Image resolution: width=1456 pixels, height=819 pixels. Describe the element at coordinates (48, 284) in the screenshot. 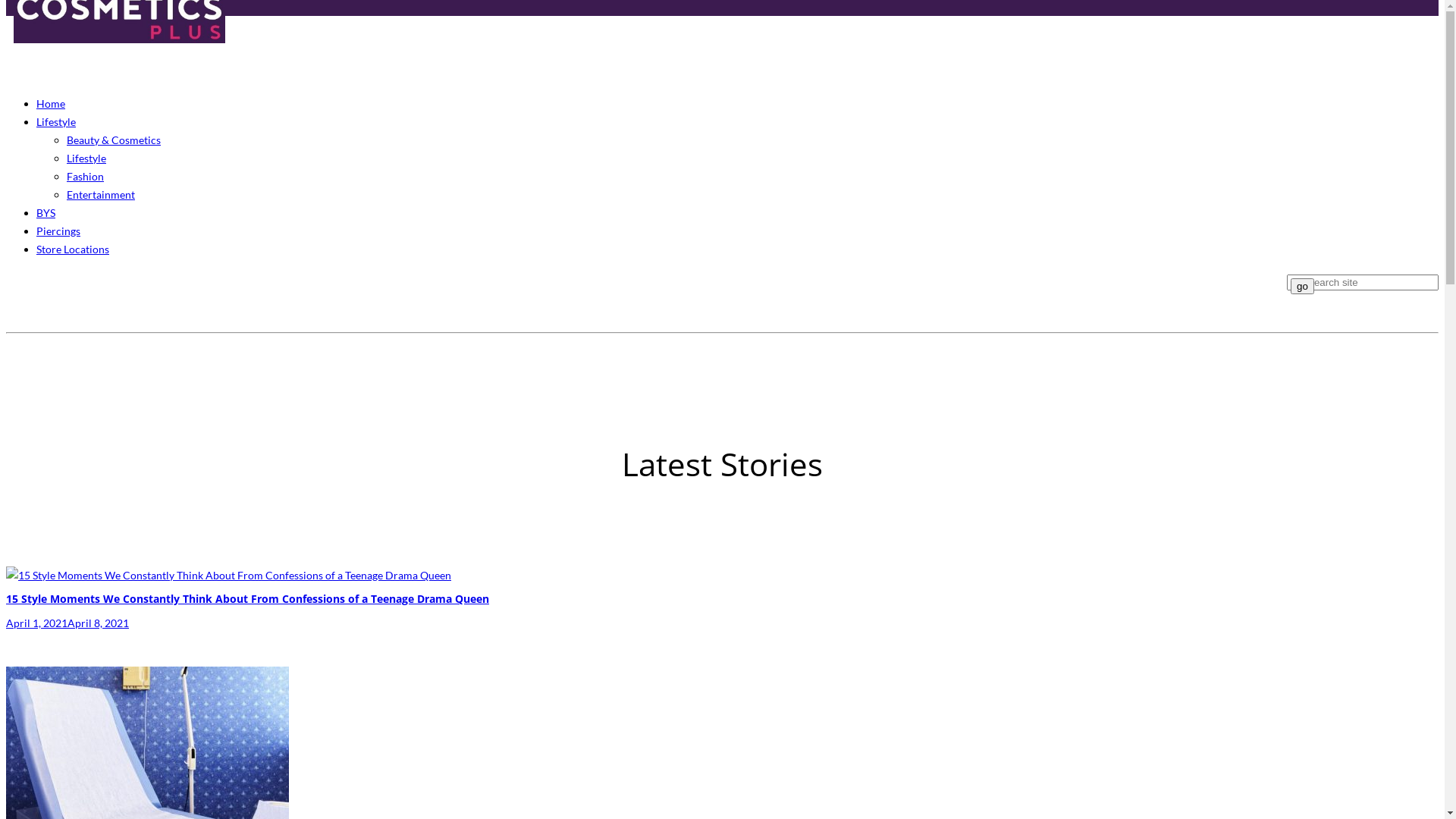

I see `'Pinterest'` at that location.